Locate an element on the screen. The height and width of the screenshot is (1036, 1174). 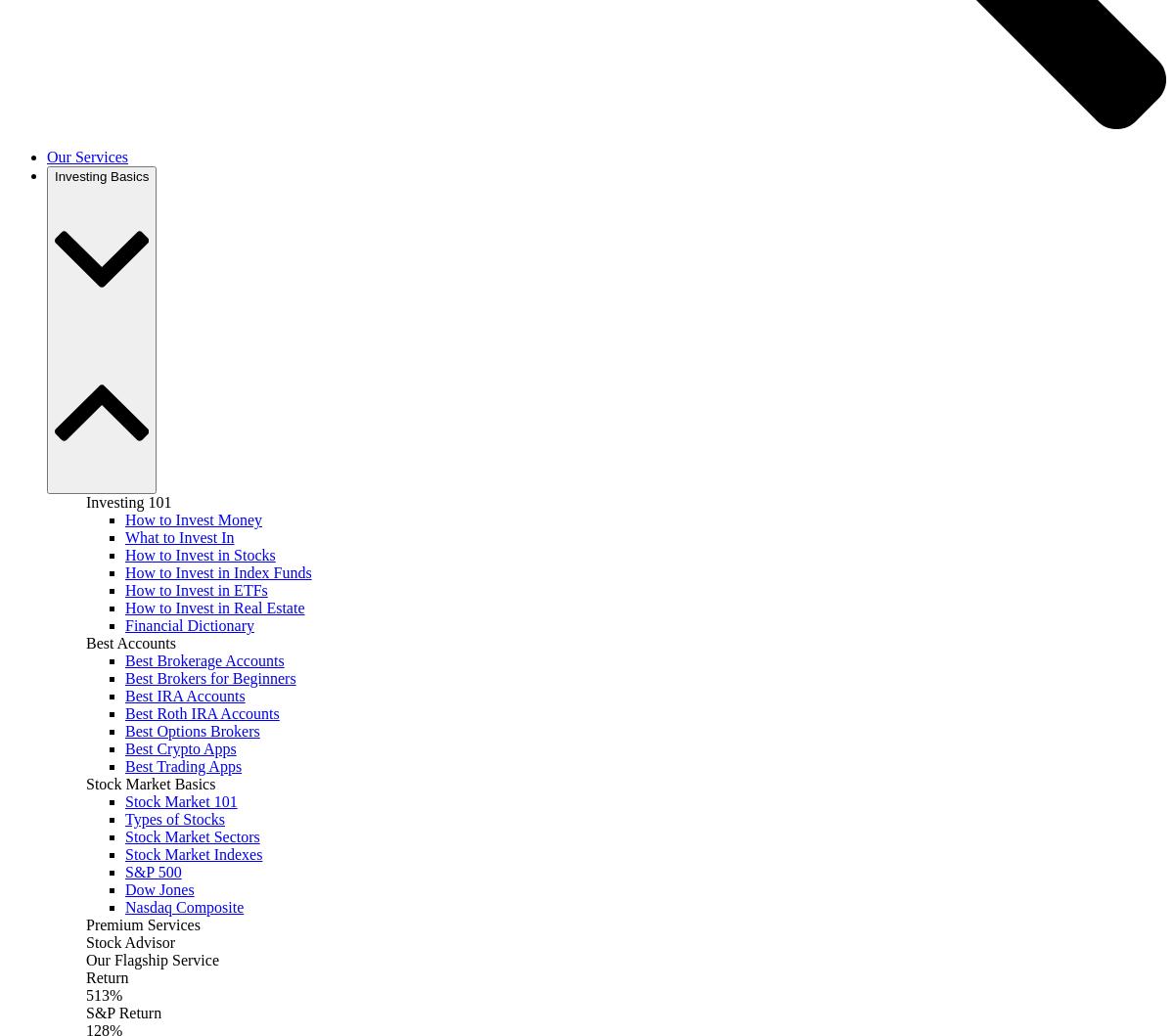
'Our Flagship Service' is located at coordinates (151, 959).